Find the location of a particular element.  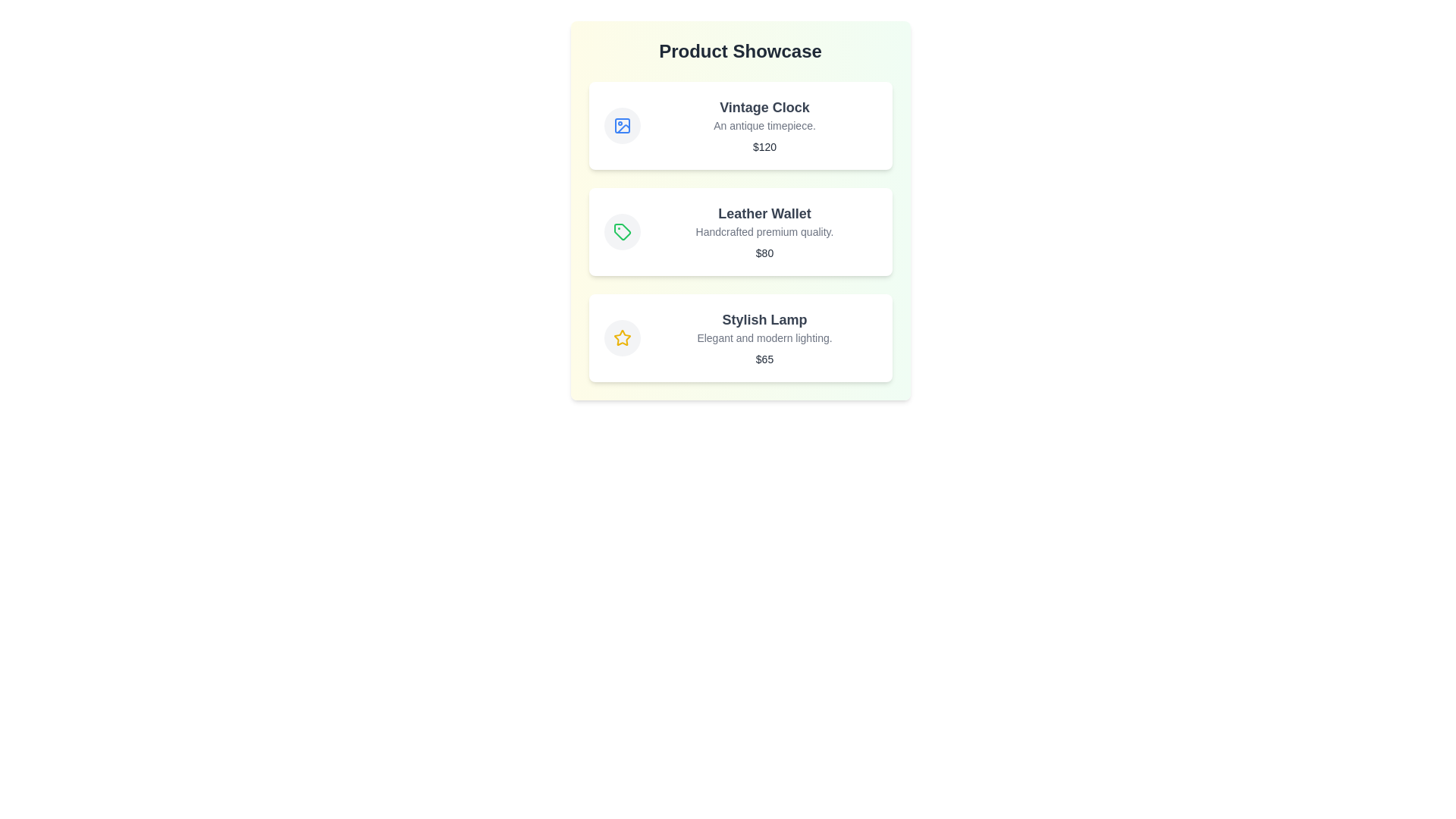

the product image icon for observation is located at coordinates (622, 124).